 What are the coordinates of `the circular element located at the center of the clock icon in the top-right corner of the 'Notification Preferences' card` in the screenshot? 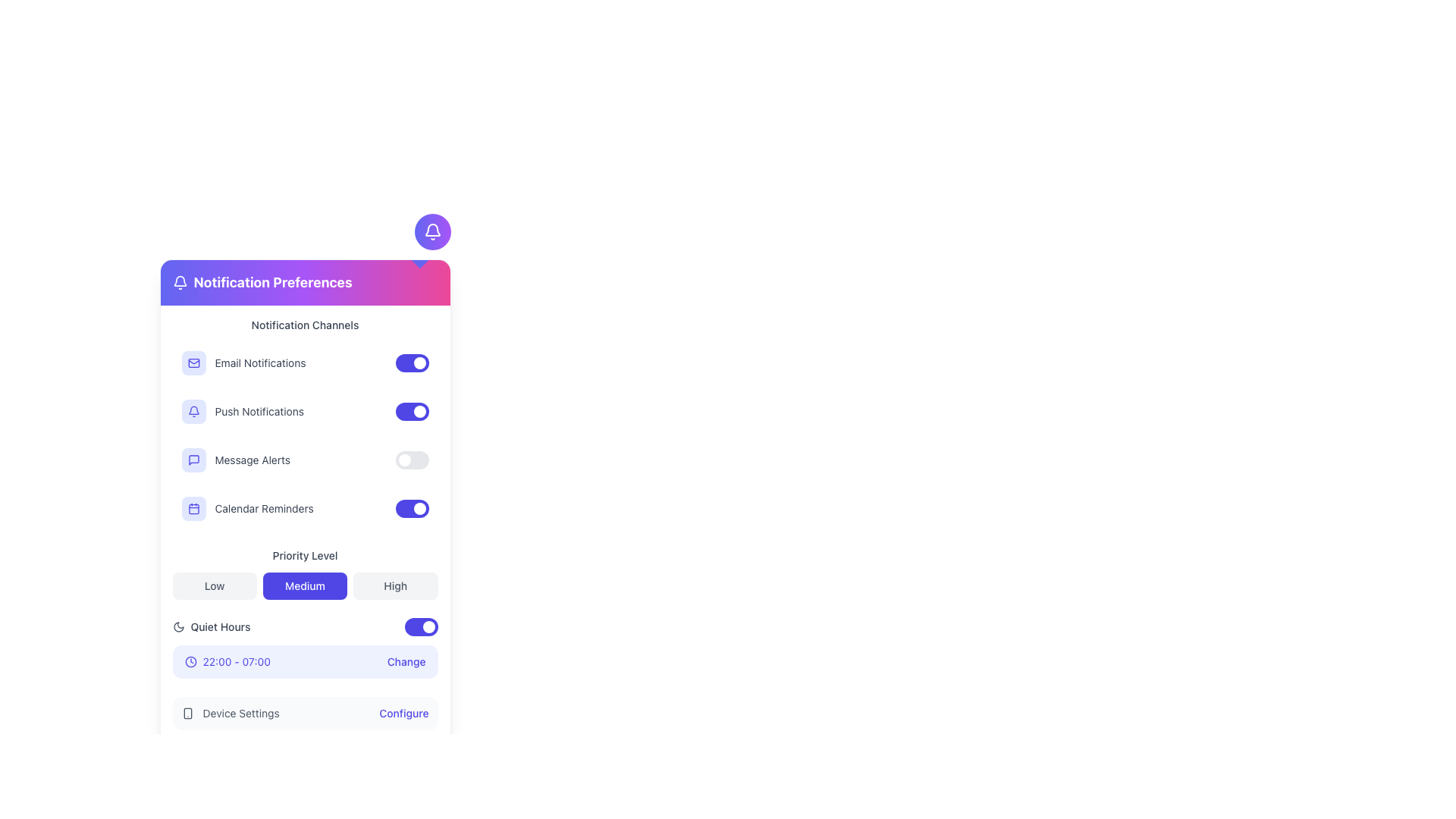 It's located at (190, 661).